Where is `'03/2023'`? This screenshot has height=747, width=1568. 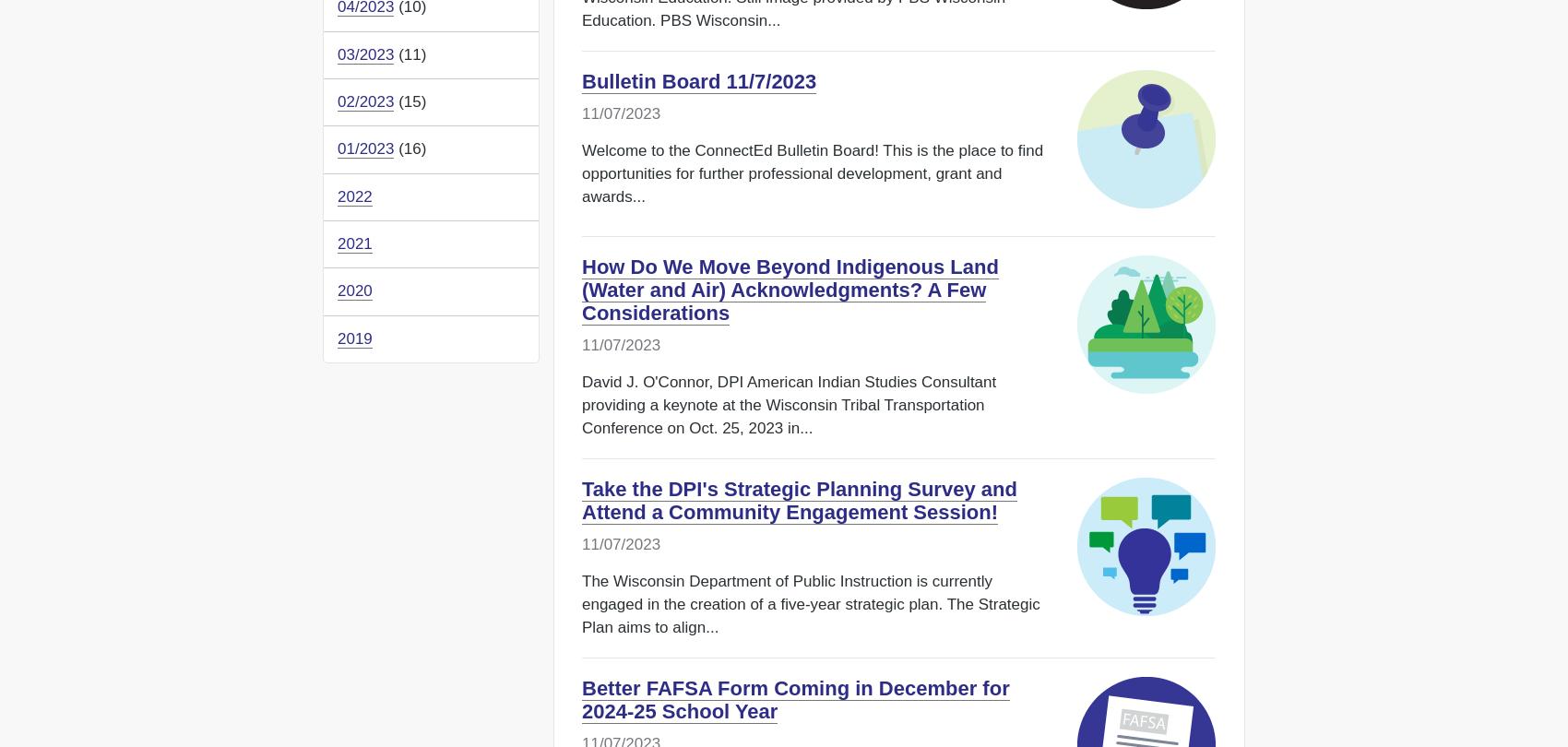 '03/2023' is located at coordinates (364, 53).